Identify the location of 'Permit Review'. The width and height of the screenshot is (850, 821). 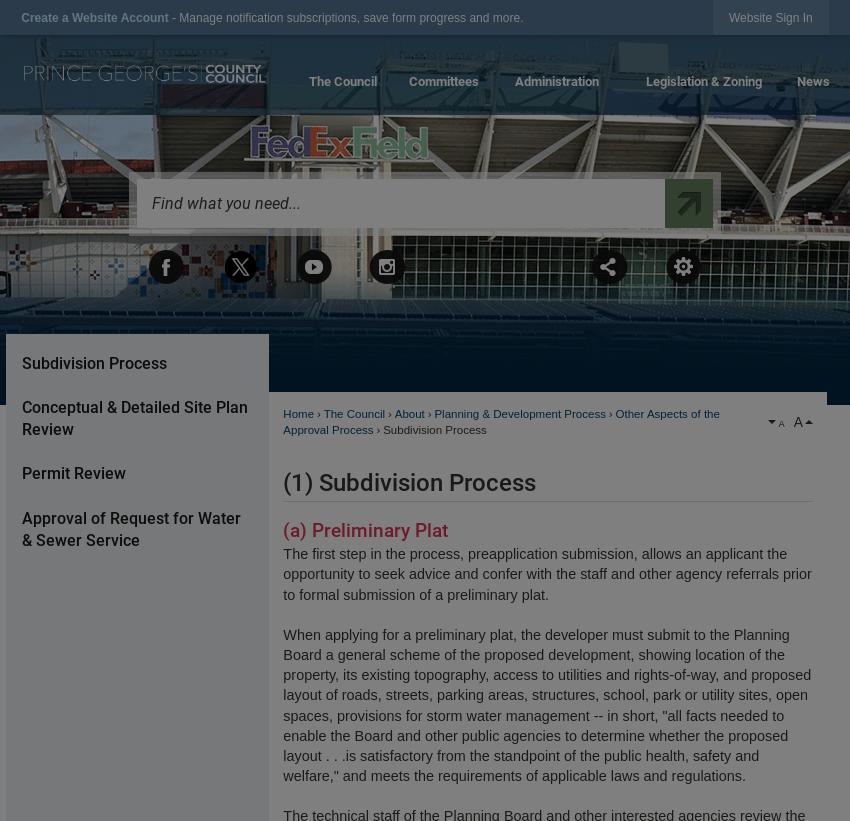
(73, 472).